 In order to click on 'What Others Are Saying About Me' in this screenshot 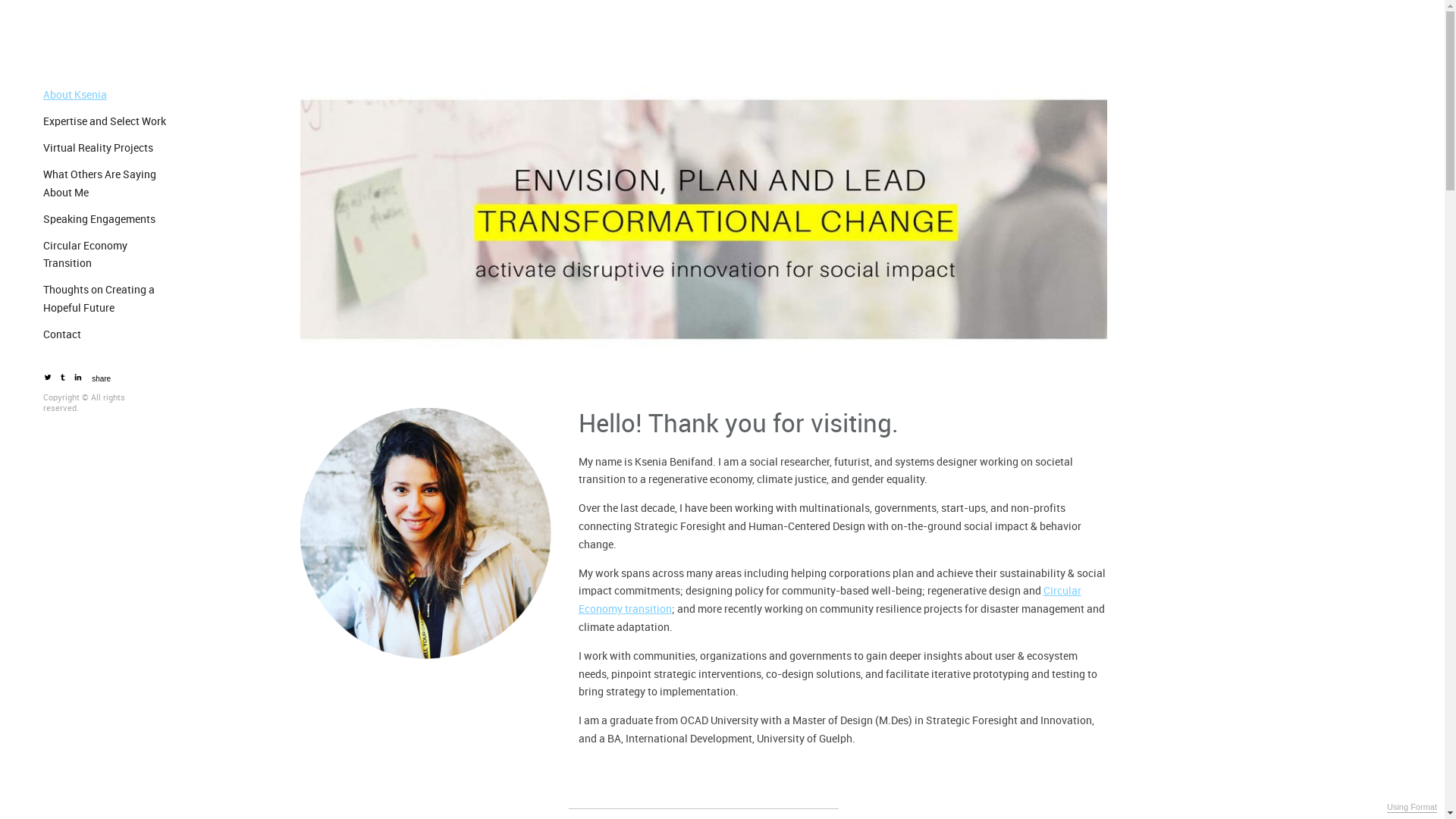, I will do `click(43, 183)`.